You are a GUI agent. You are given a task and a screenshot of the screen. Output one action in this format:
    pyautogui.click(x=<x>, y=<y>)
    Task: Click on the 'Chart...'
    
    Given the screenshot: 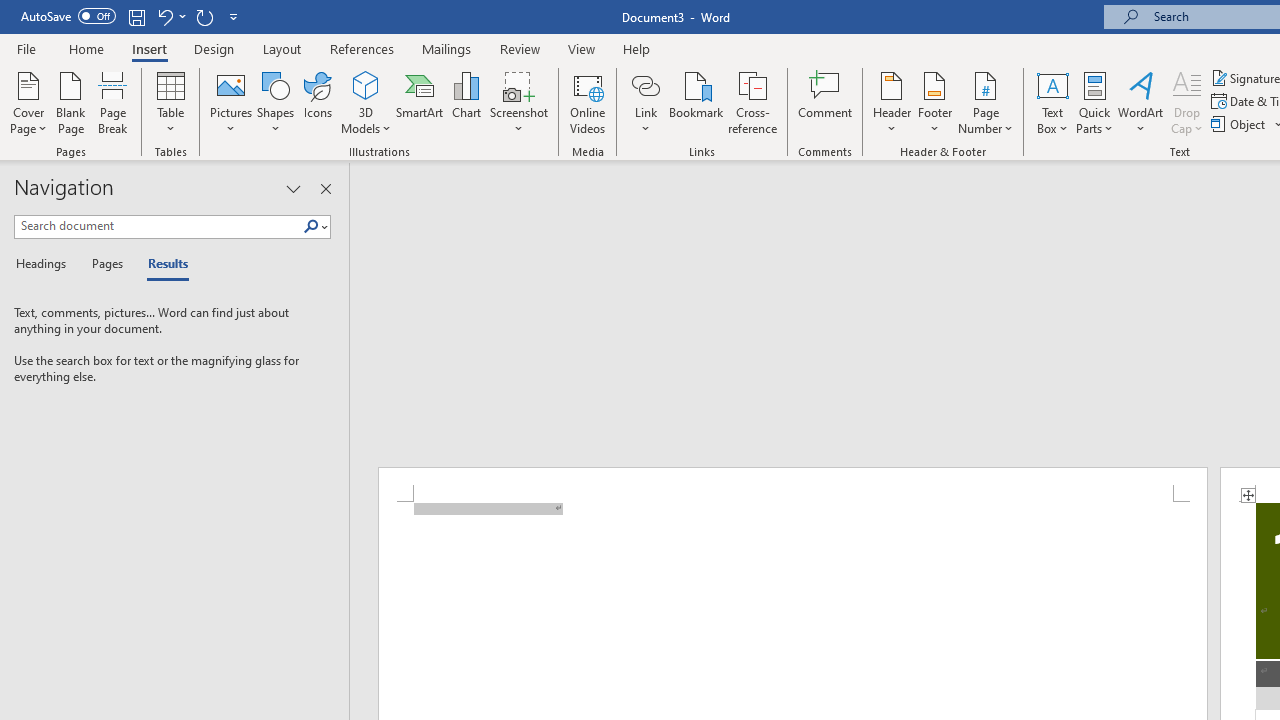 What is the action you would take?
    pyautogui.click(x=465, y=103)
    